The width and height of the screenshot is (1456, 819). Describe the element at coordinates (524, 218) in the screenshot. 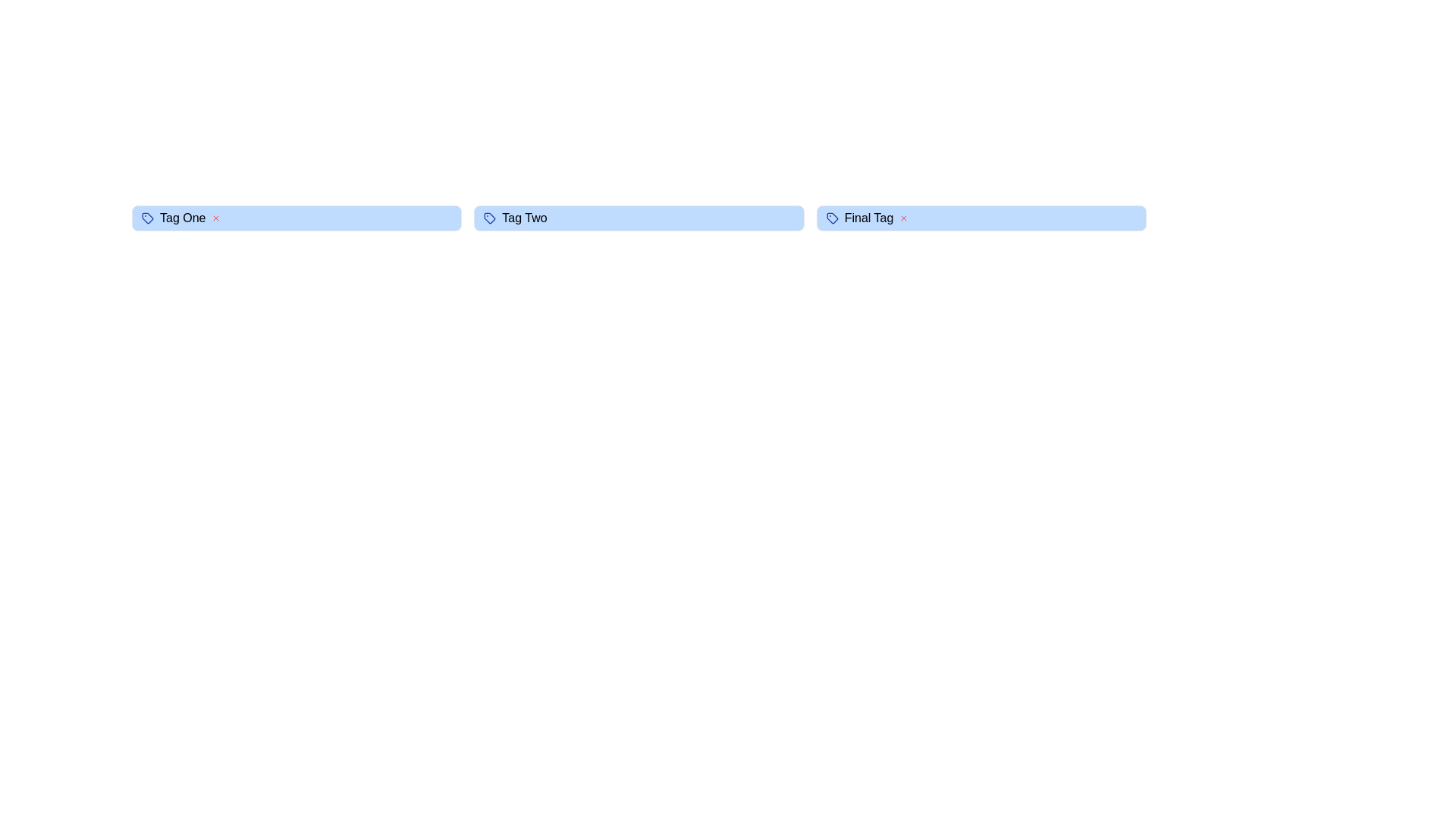

I see `the content displayed in the text label that shows 'Tag Two', which is visually represented within a rounded rectangular blue background, accompanied by a tag-shaped icon on the left` at that location.